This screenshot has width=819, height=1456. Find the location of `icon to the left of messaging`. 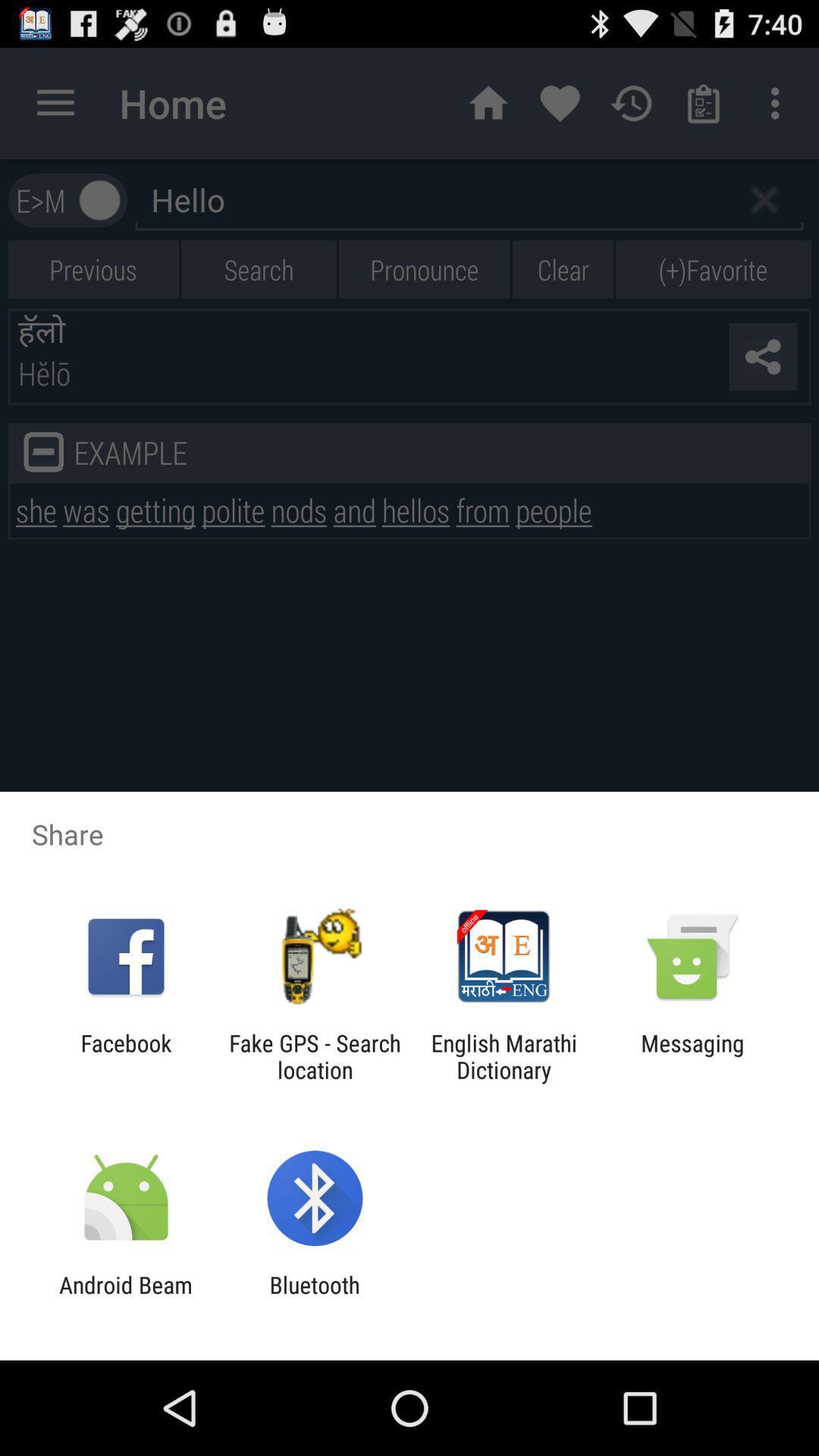

icon to the left of messaging is located at coordinates (504, 1056).